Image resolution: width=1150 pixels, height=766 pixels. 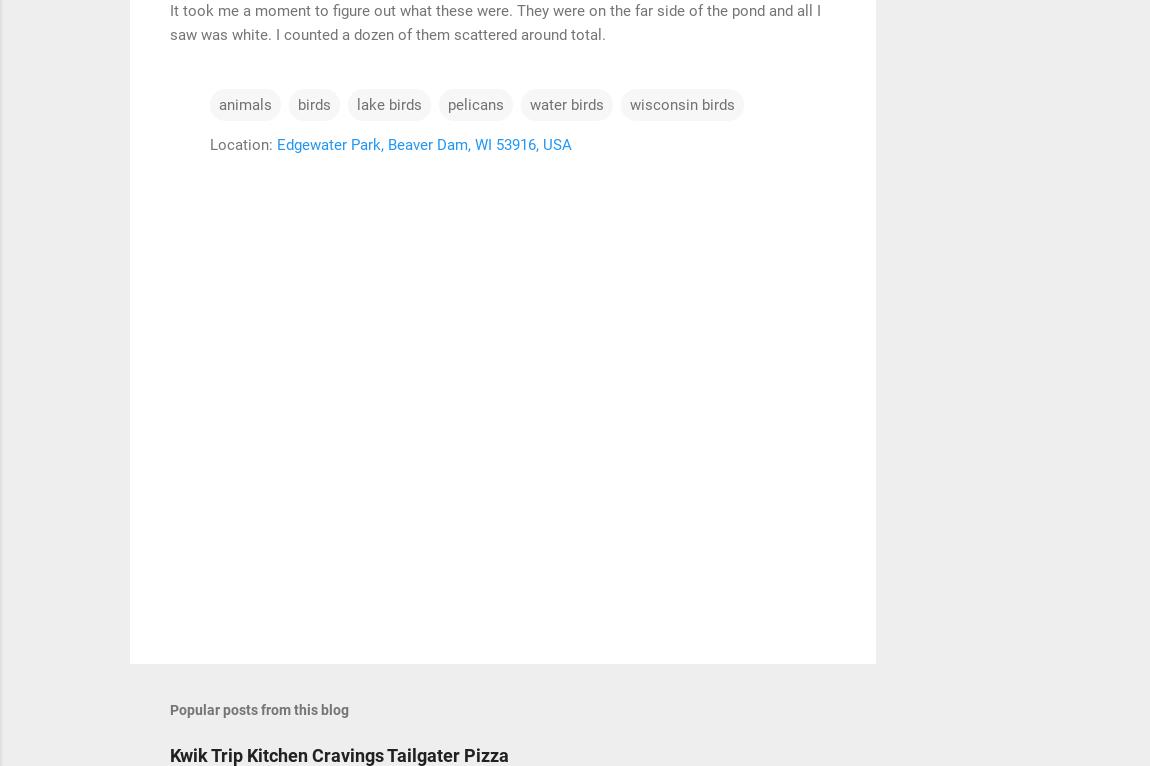 What do you see at coordinates (168, 709) in the screenshot?
I see `'Popular posts from this blog'` at bounding box center [168, 709].